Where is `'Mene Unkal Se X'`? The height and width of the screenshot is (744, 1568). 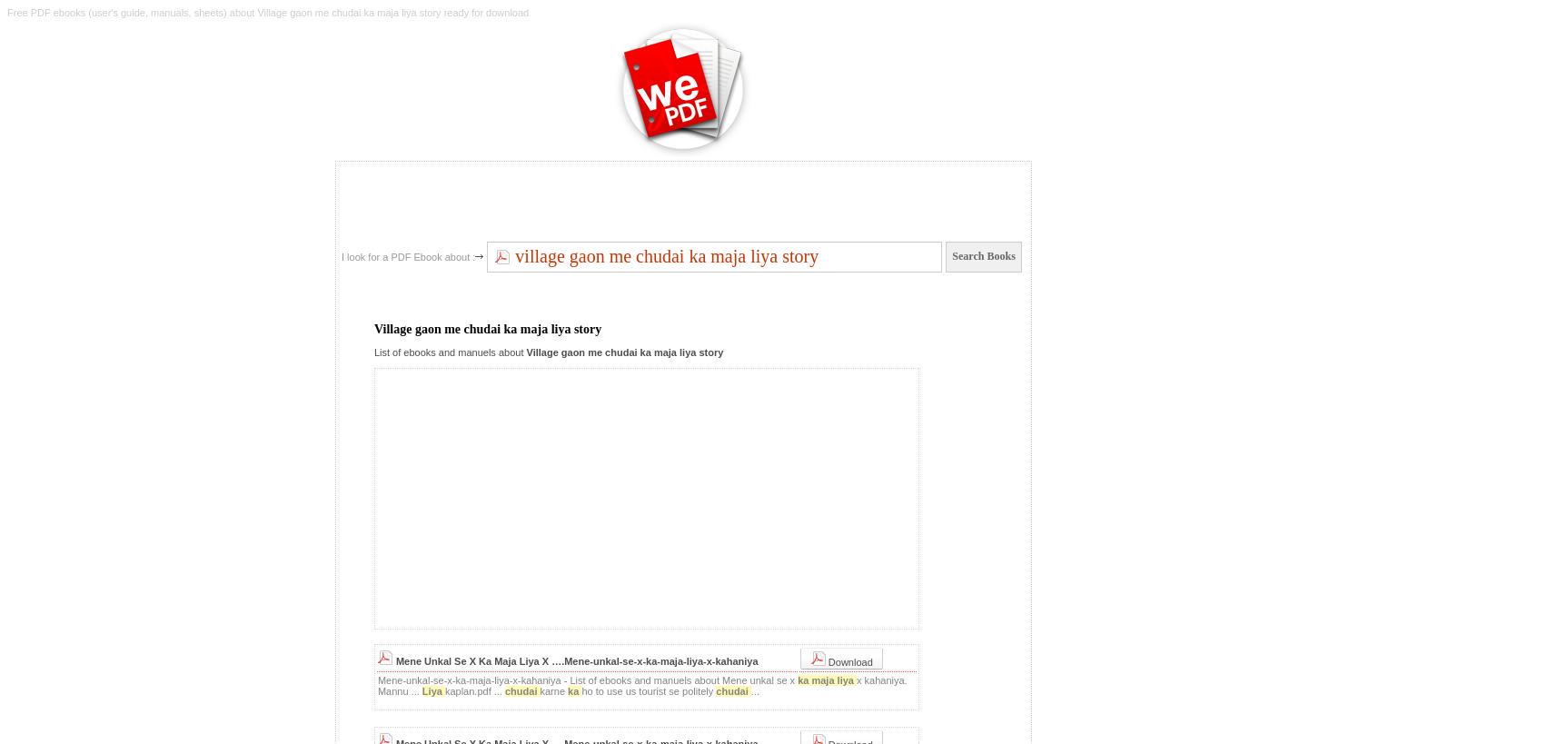 'Mene Unkal Se X' is located at coordinates (436, 660).